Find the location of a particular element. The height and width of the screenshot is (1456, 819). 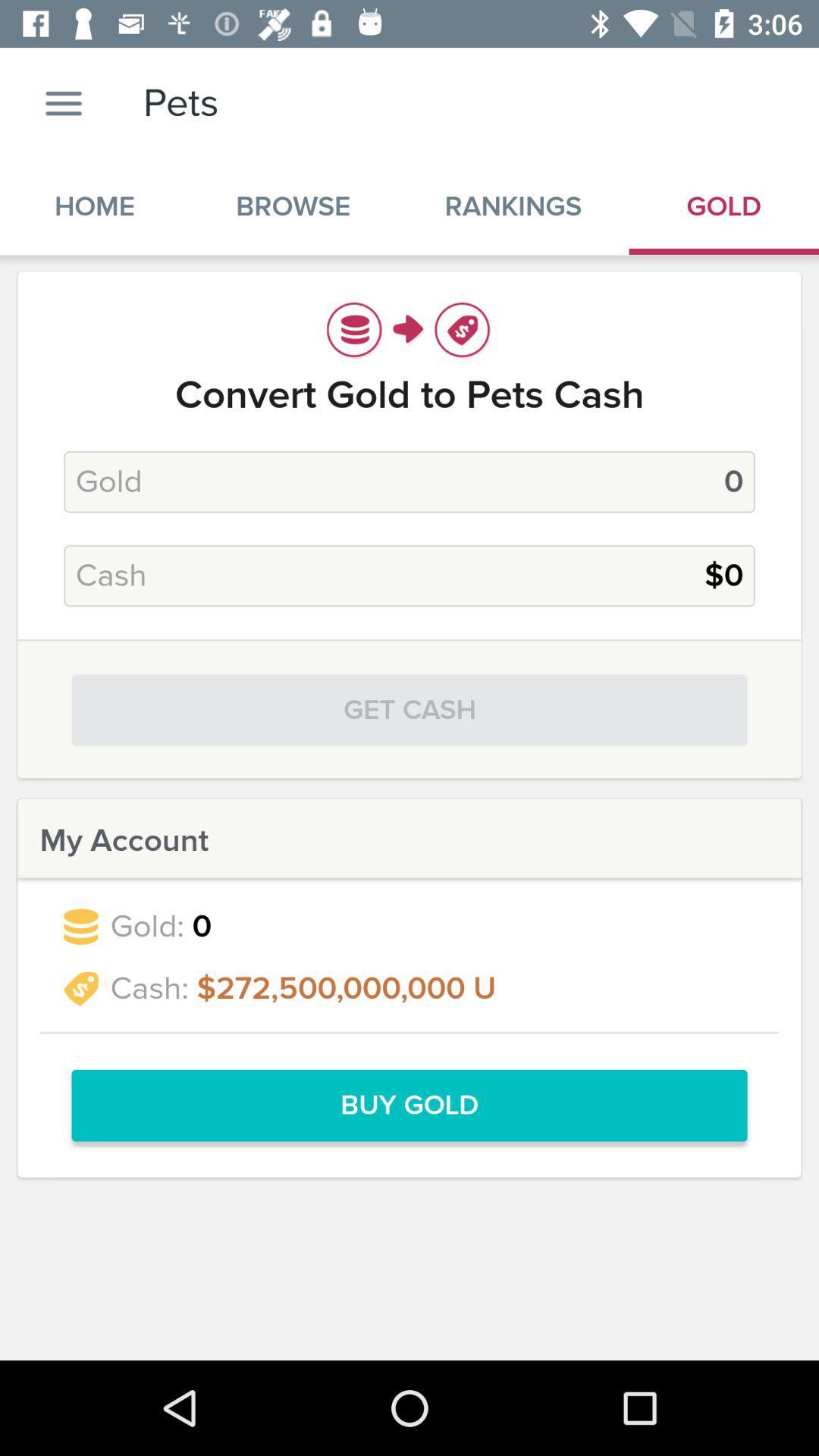

item next to pets item is located at coordinates (63, 102).